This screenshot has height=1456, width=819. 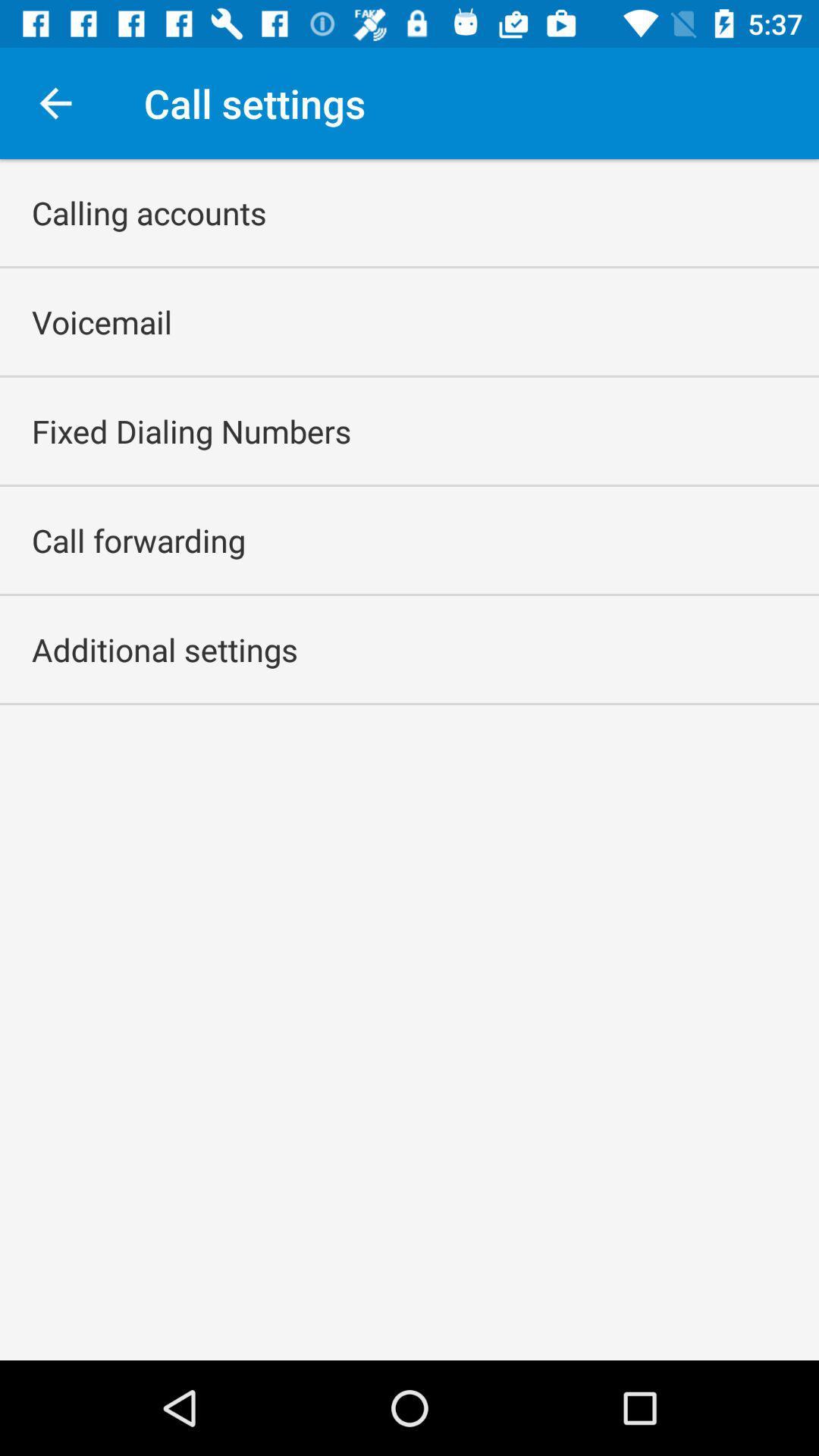 I want to click on voicemail item, so click(x=102, y=321).